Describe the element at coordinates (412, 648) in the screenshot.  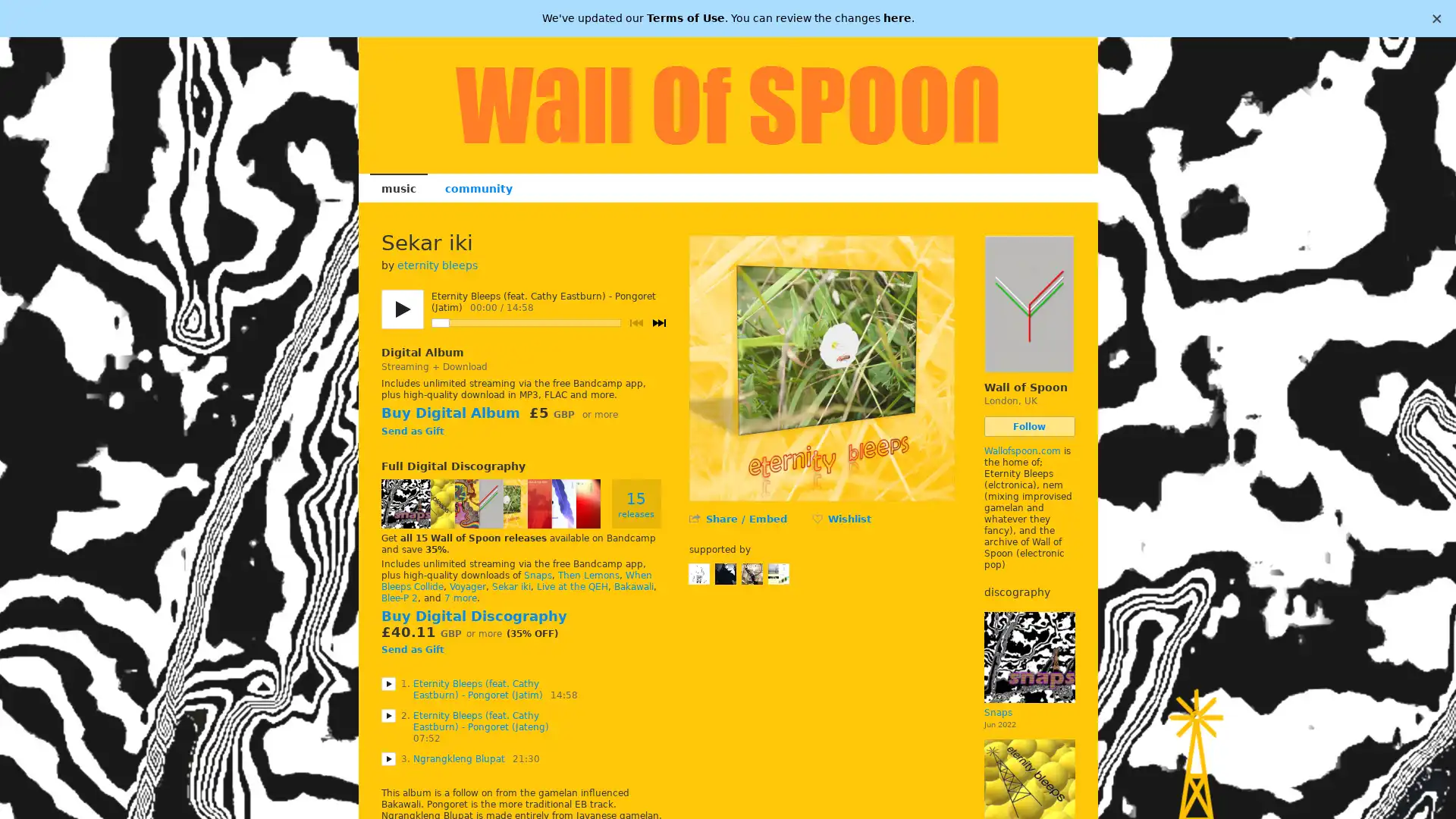
I see `Send as Gift` at that location.